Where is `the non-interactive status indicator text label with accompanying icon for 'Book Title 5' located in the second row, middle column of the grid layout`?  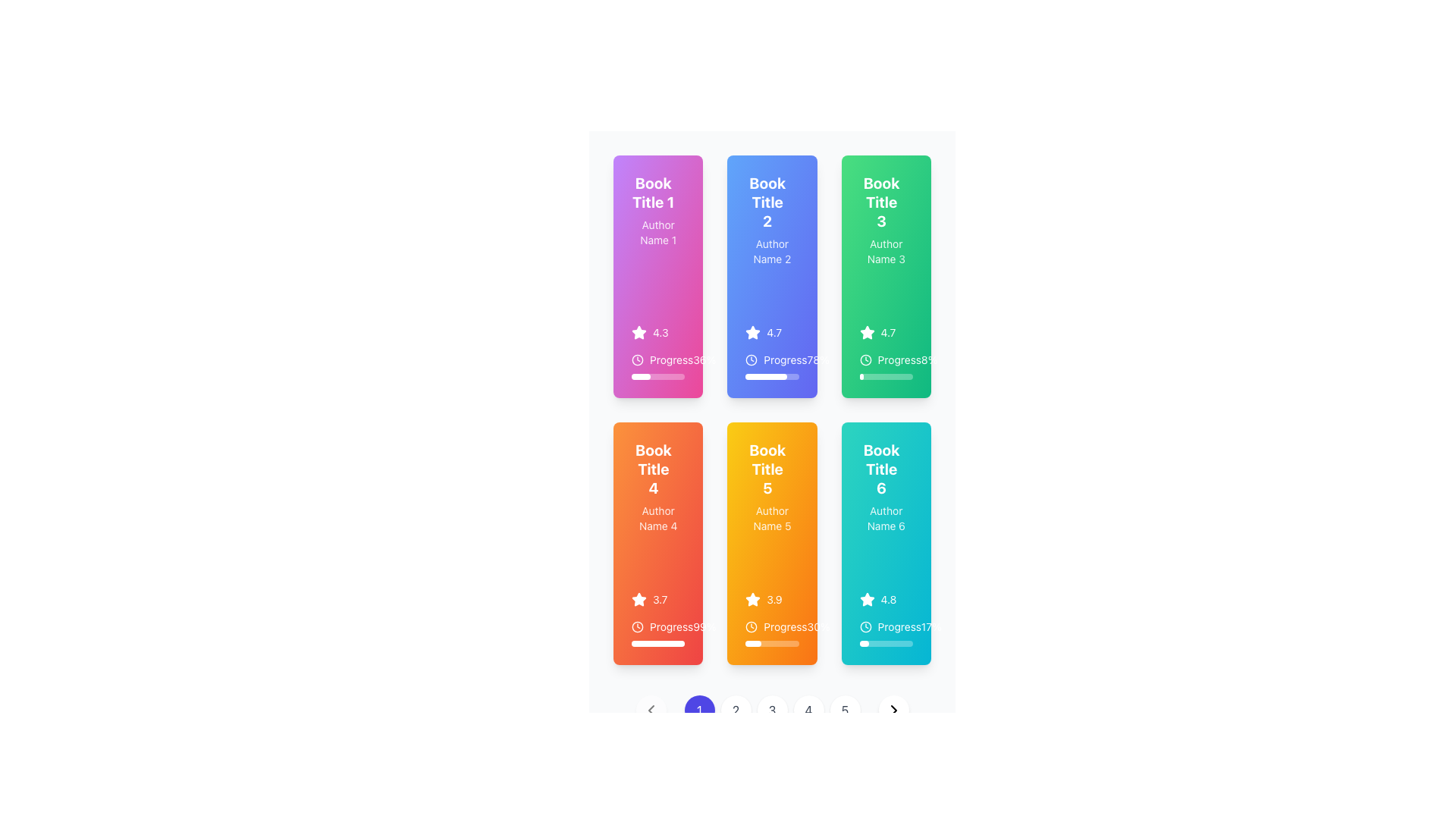
the non-interactive status indicator text label with accompanying icon for 'Book Title 5' located in the second row, middle column of the grid layout is located at coordinates (772, 626).